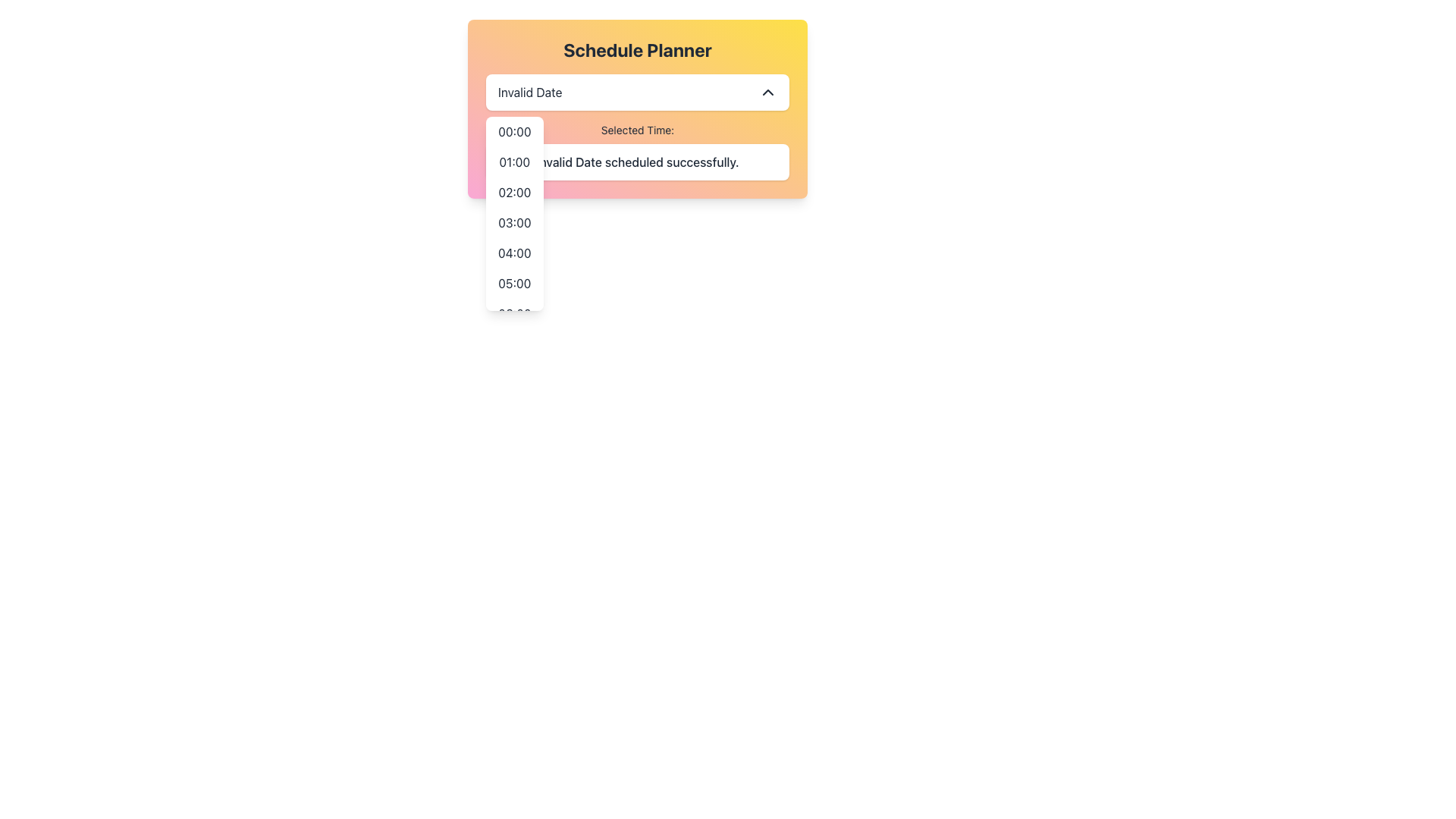  I want to click on the Text Title serving as the header for the 'Schedule Planner' interface, which is positioned at the top of a card-like structure with a gradient background, so click(637, 49).